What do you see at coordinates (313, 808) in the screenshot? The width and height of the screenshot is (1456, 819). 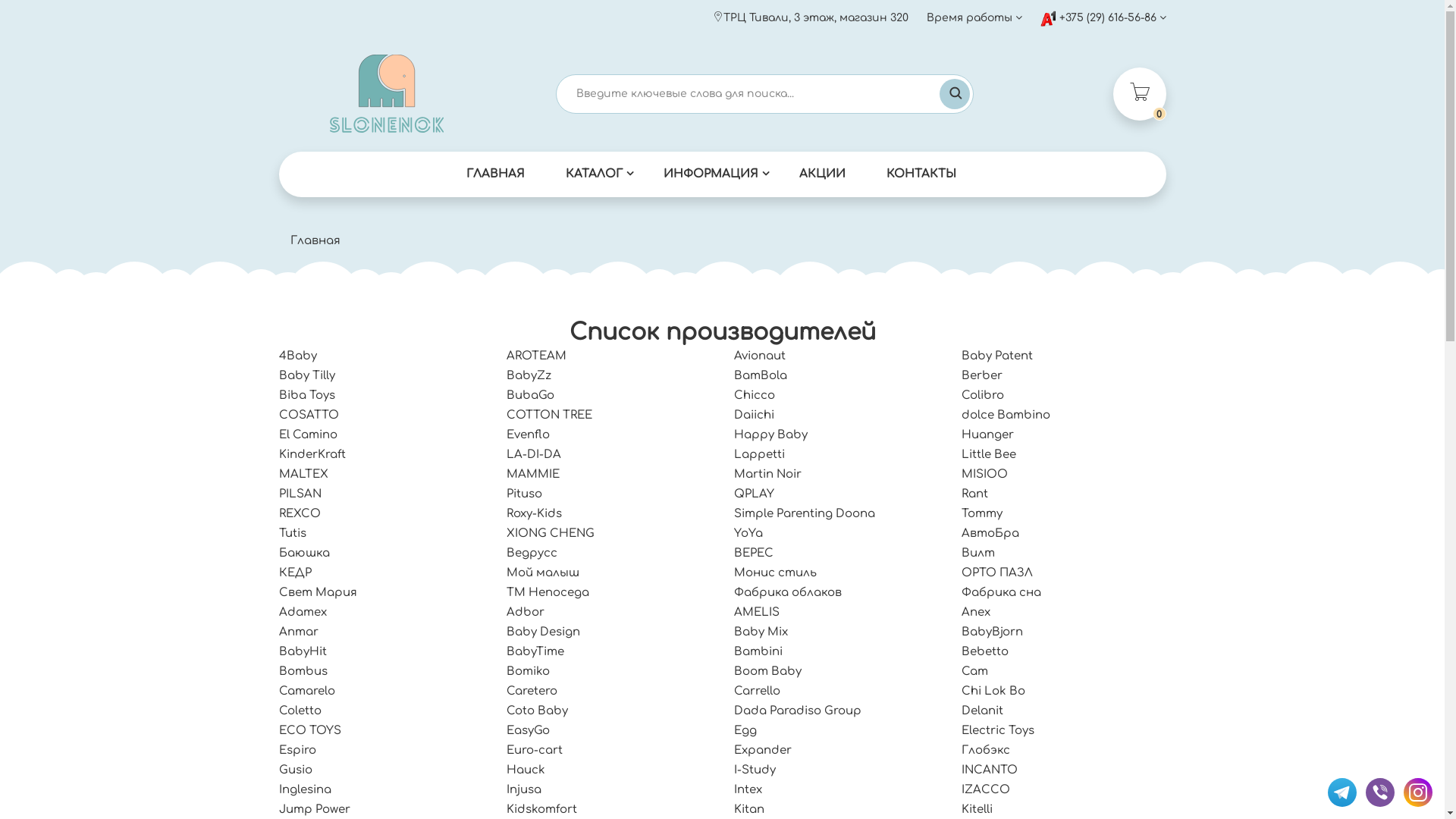 I see `'Jump Power'` at bounding box center [313, 808].